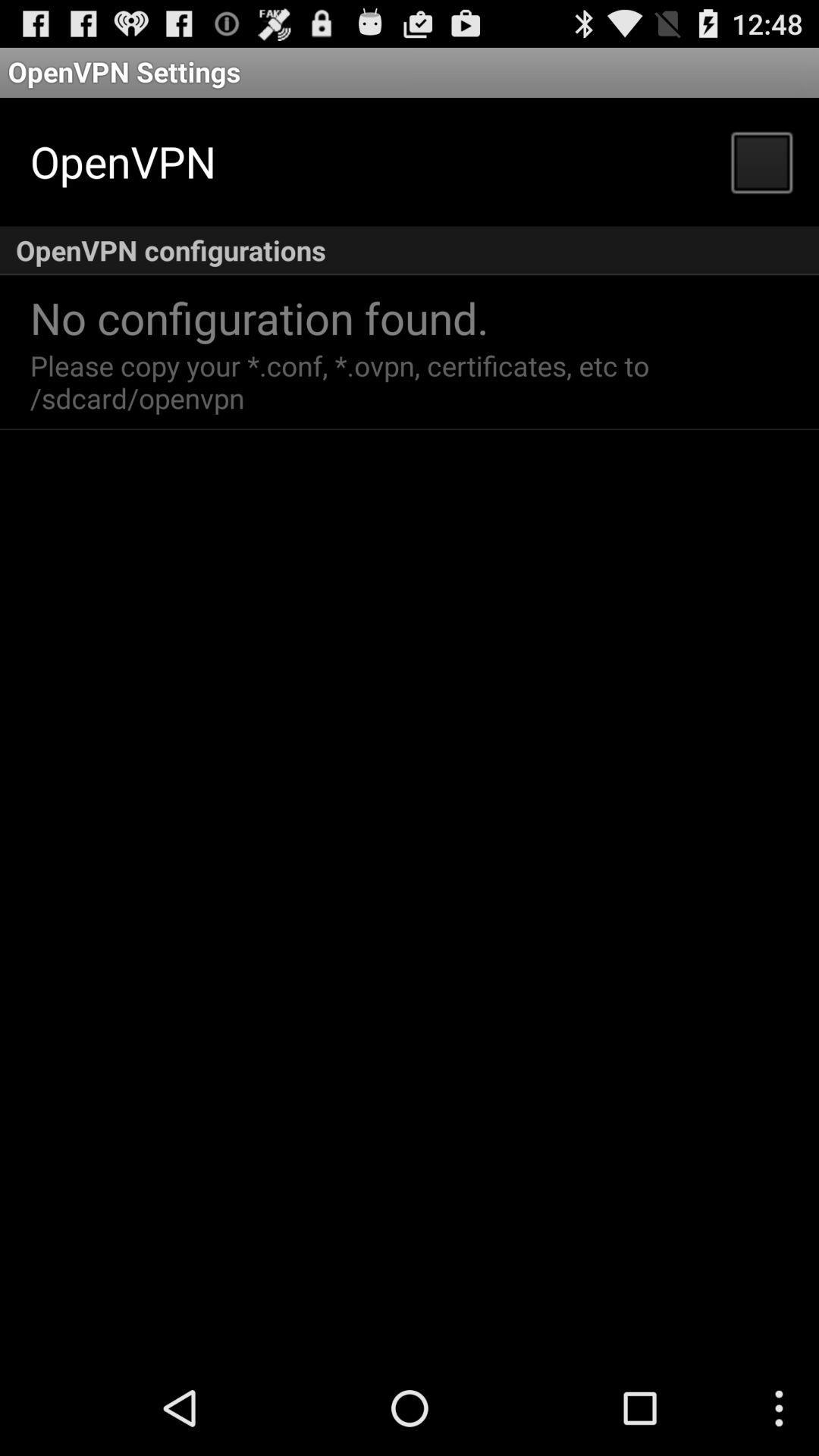 This screenshot has height=1456, width=819. What do you see at coordinates (761, 161) in the screenshot?
I see `item below the openvpn settings` at bounding box center [761, 161].